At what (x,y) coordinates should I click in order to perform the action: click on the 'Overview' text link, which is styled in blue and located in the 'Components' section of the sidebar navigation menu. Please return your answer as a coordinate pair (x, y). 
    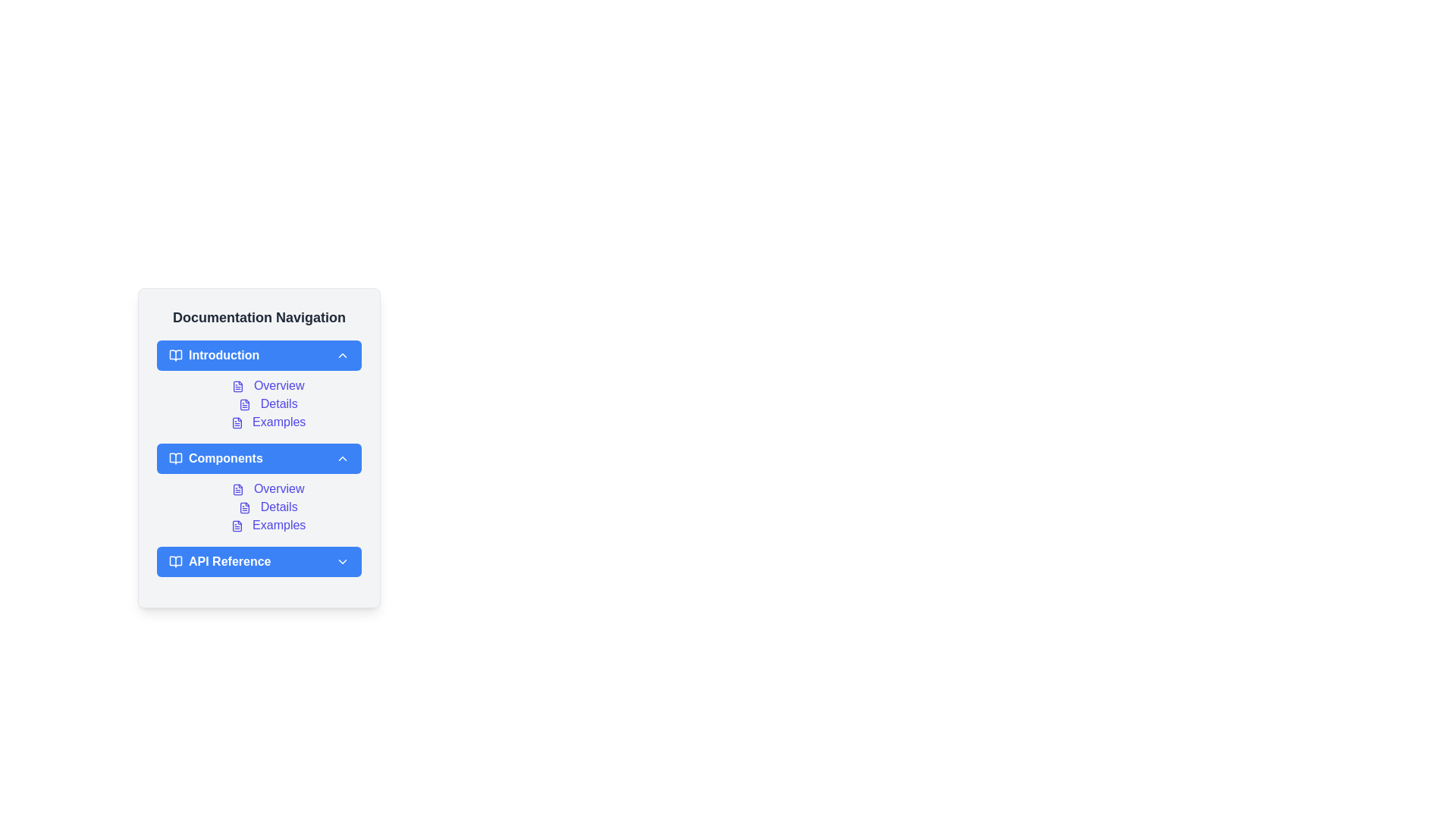
    Looking at the image, I should click on (259, 488).